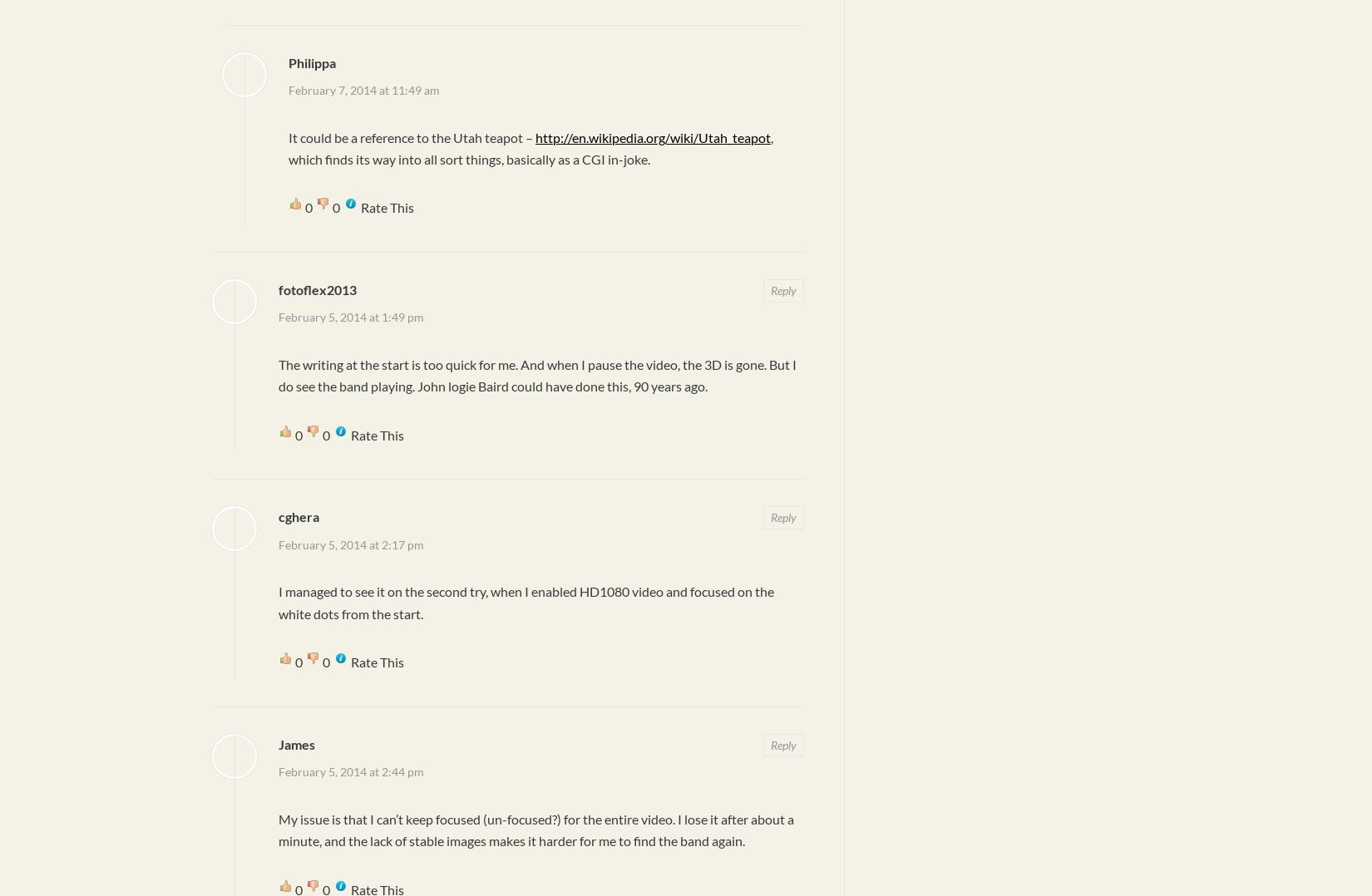 Image resolution: width=1372 pixels, height=896 pixels. I want to click on ', which finds its way into all sort things, basically as a CGI in-joke.', so click(530, 146).